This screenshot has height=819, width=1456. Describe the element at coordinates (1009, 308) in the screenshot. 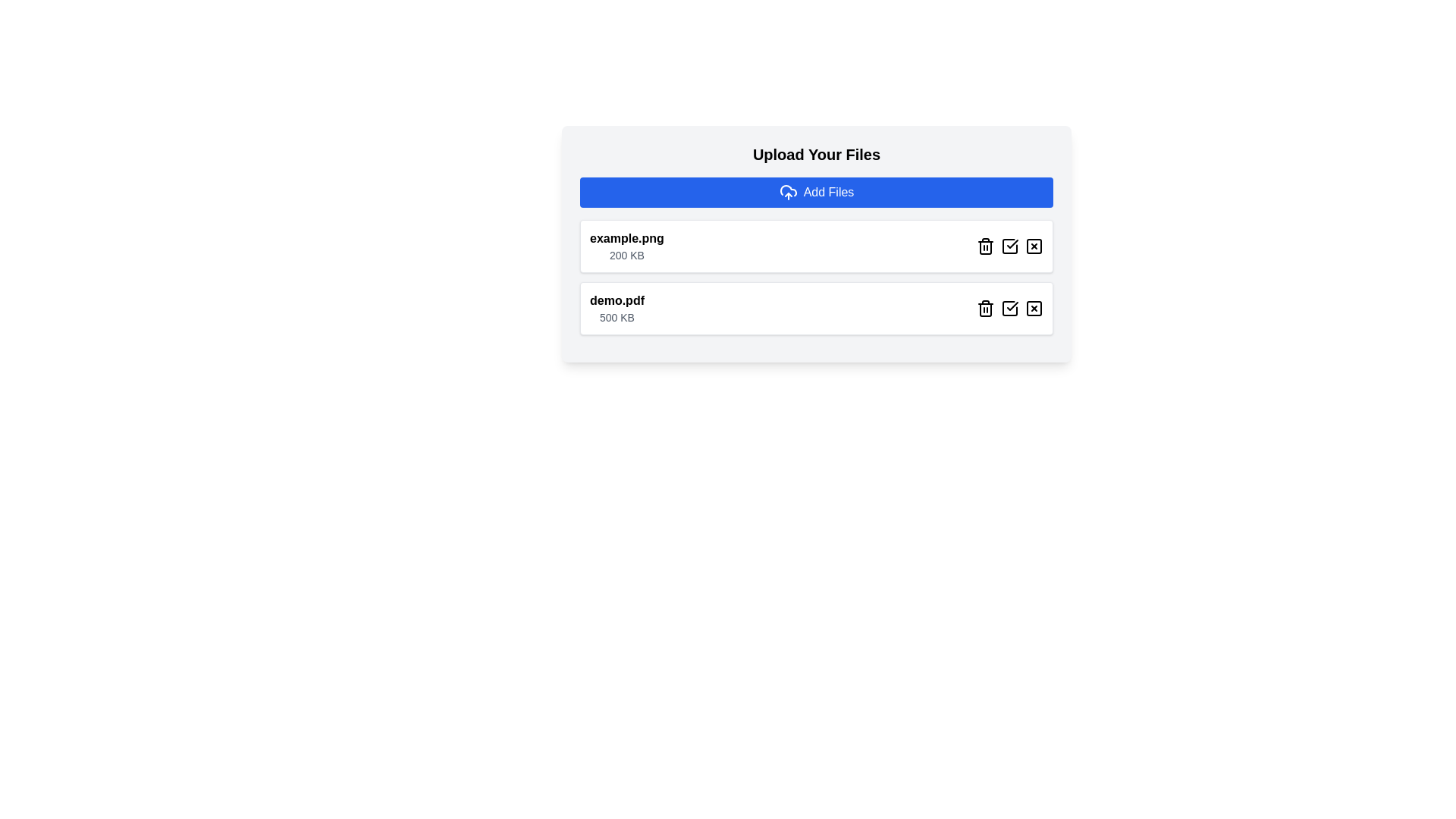

I see `the checkbox located towards the right end of the row containing the file 'example.png'` at that location.